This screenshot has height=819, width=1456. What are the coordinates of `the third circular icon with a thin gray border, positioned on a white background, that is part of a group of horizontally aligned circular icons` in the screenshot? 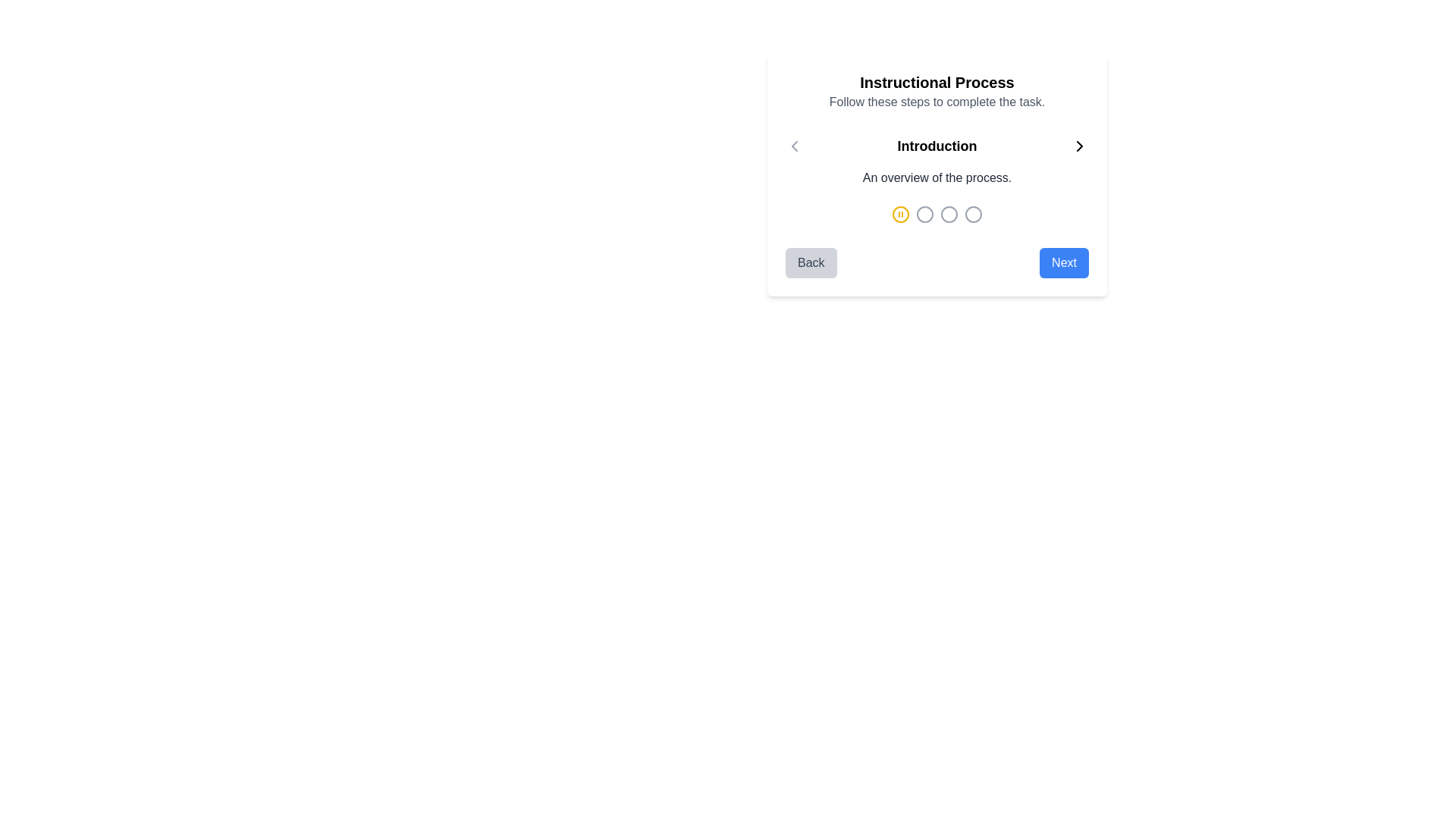 It's located at (924, 214).